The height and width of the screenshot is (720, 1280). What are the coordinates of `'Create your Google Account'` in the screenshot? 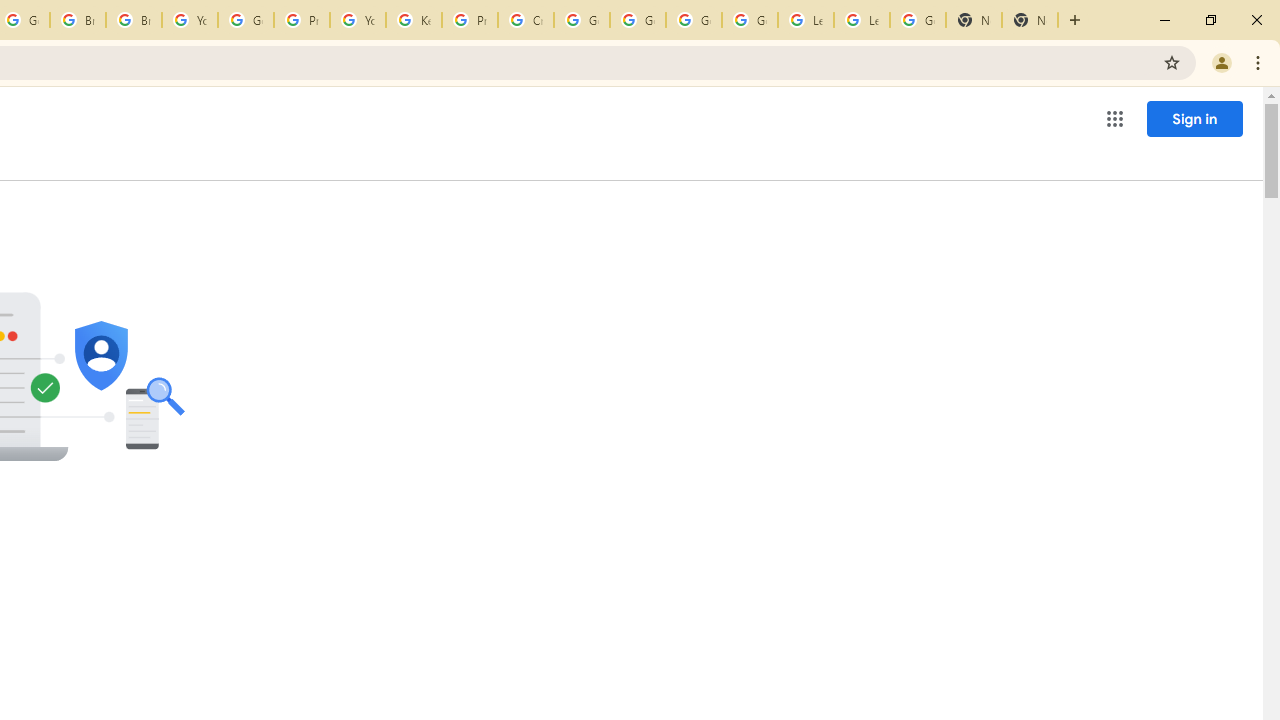 It's located at (526, 20).